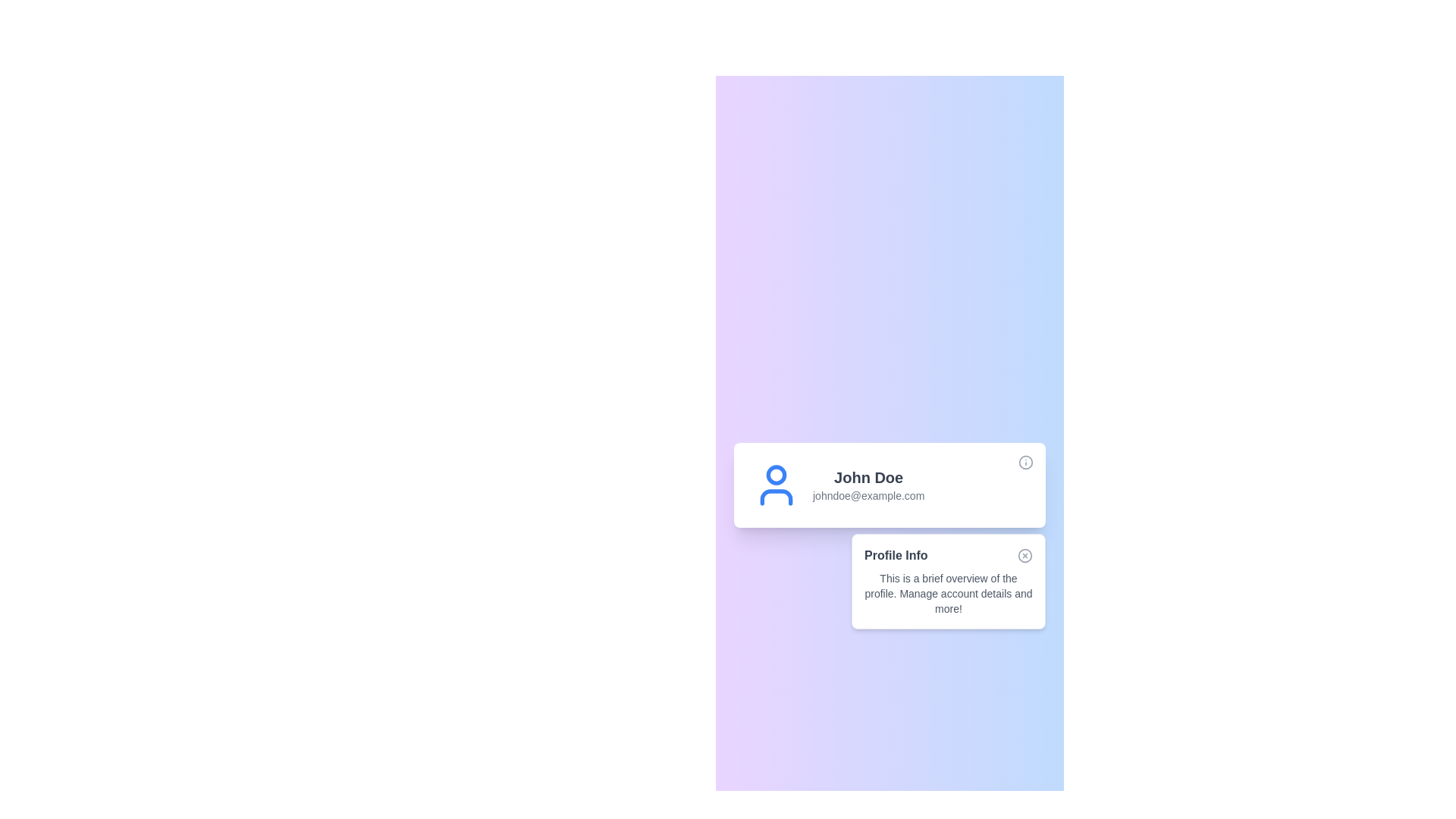 This screenshot has width=1456, height=819. I want to click on the user profile icon by clicking on the circular profile graphic located at the top-center area of the user's avatar representation, so click(775, 473).